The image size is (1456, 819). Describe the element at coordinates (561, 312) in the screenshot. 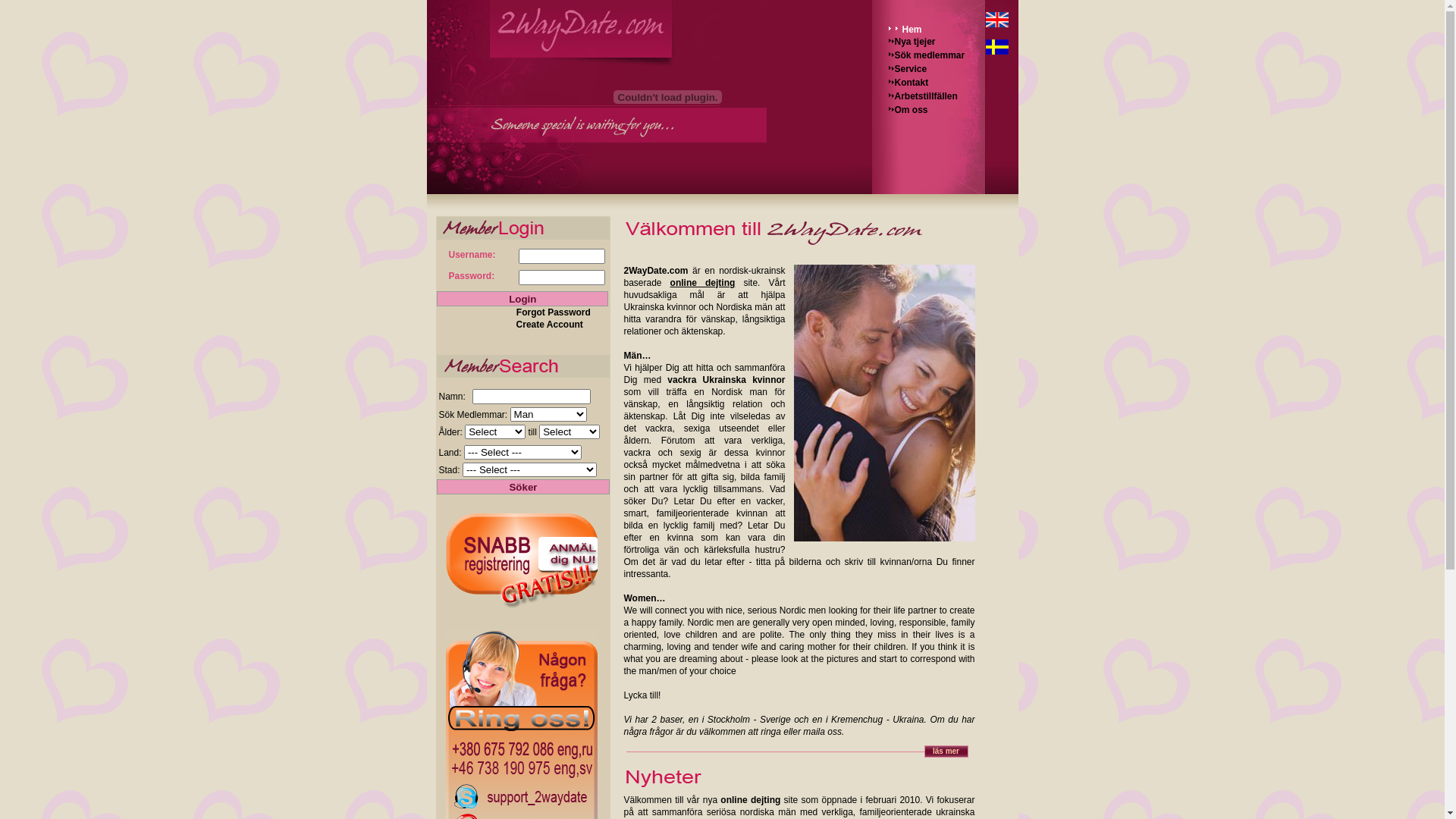

I see `'Forgot Password       '` at that location.